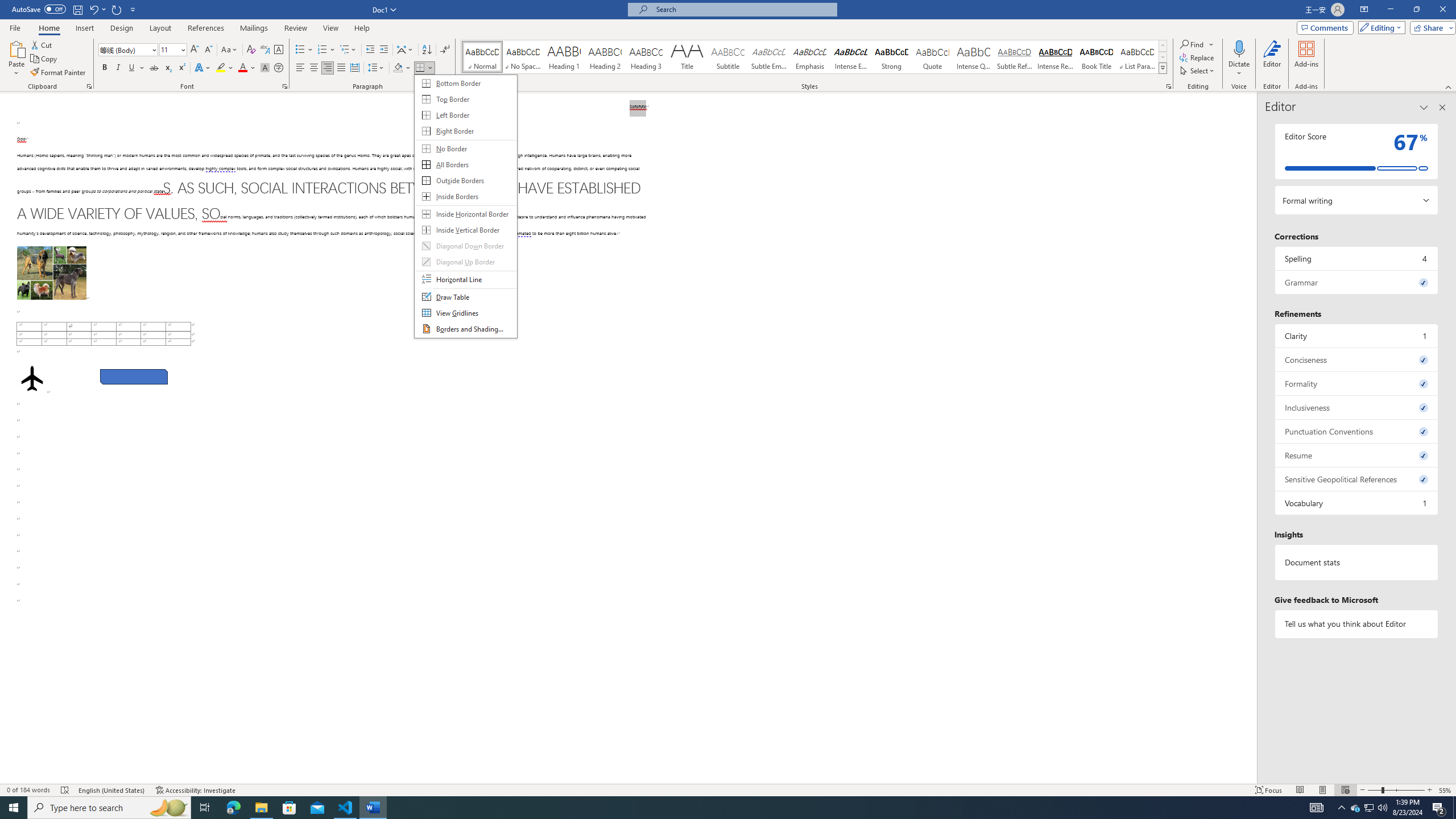  I want to click on 'Numbering', so click(322, 49).